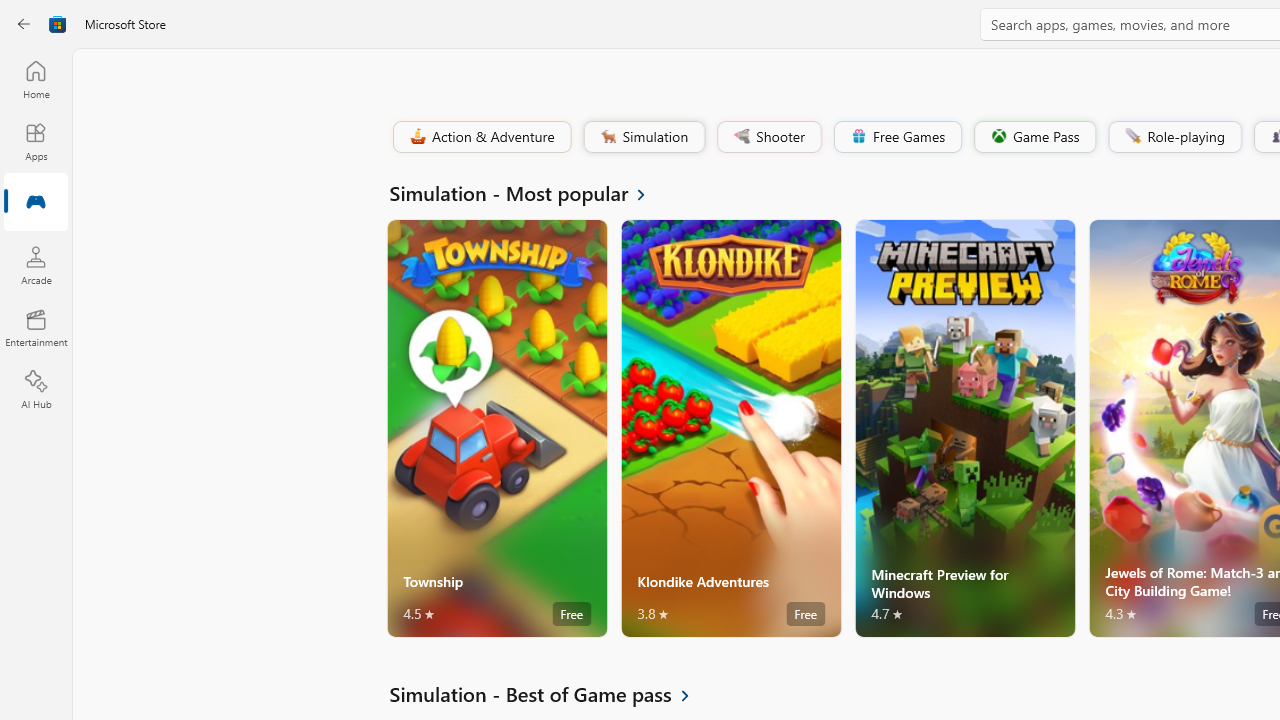  What do you see at coordinates (35, 264) in the screenshot?
I see `'Arcade'` at bounding box center [35, 264].